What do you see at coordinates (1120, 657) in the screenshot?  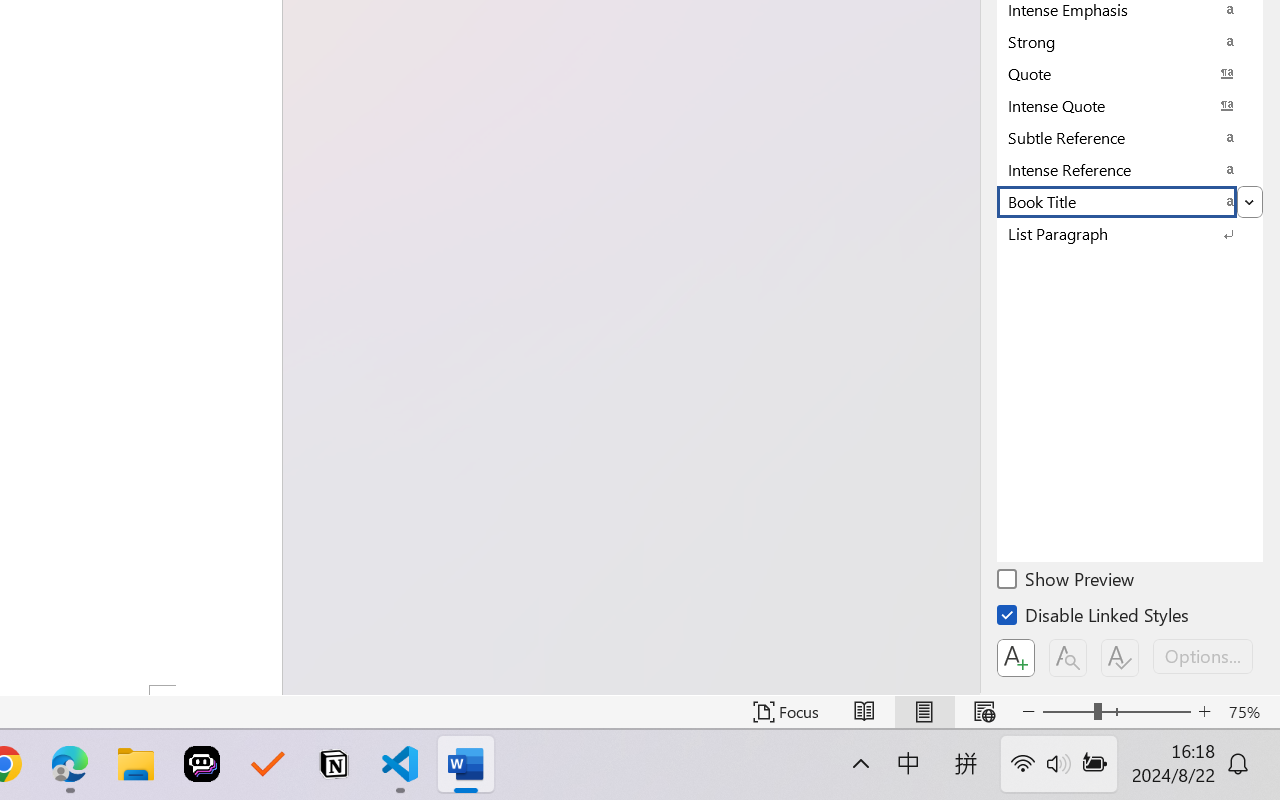 I see `'Class: NetUIButton'` at bounding box center [1120, 657].